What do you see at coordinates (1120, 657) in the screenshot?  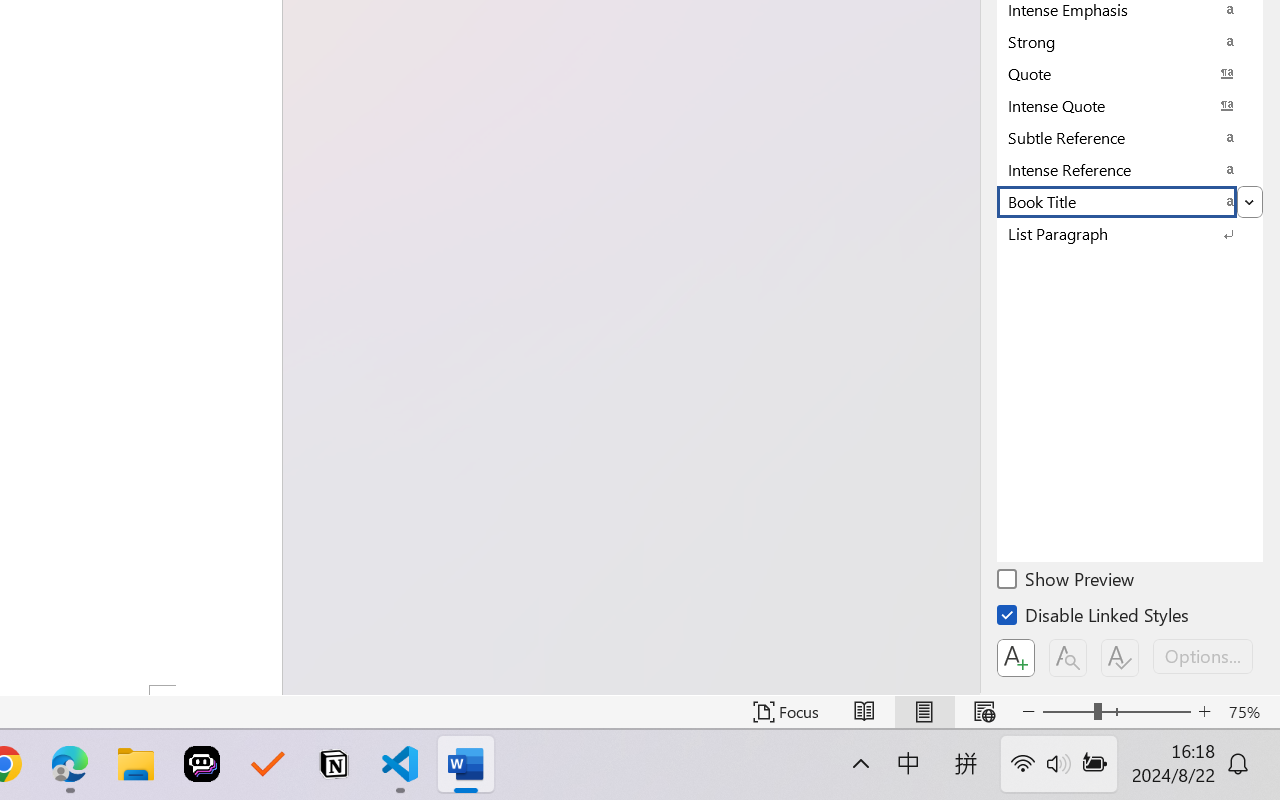 I see `'Class: NetUIButton'` at bounding box center [1120, 657].